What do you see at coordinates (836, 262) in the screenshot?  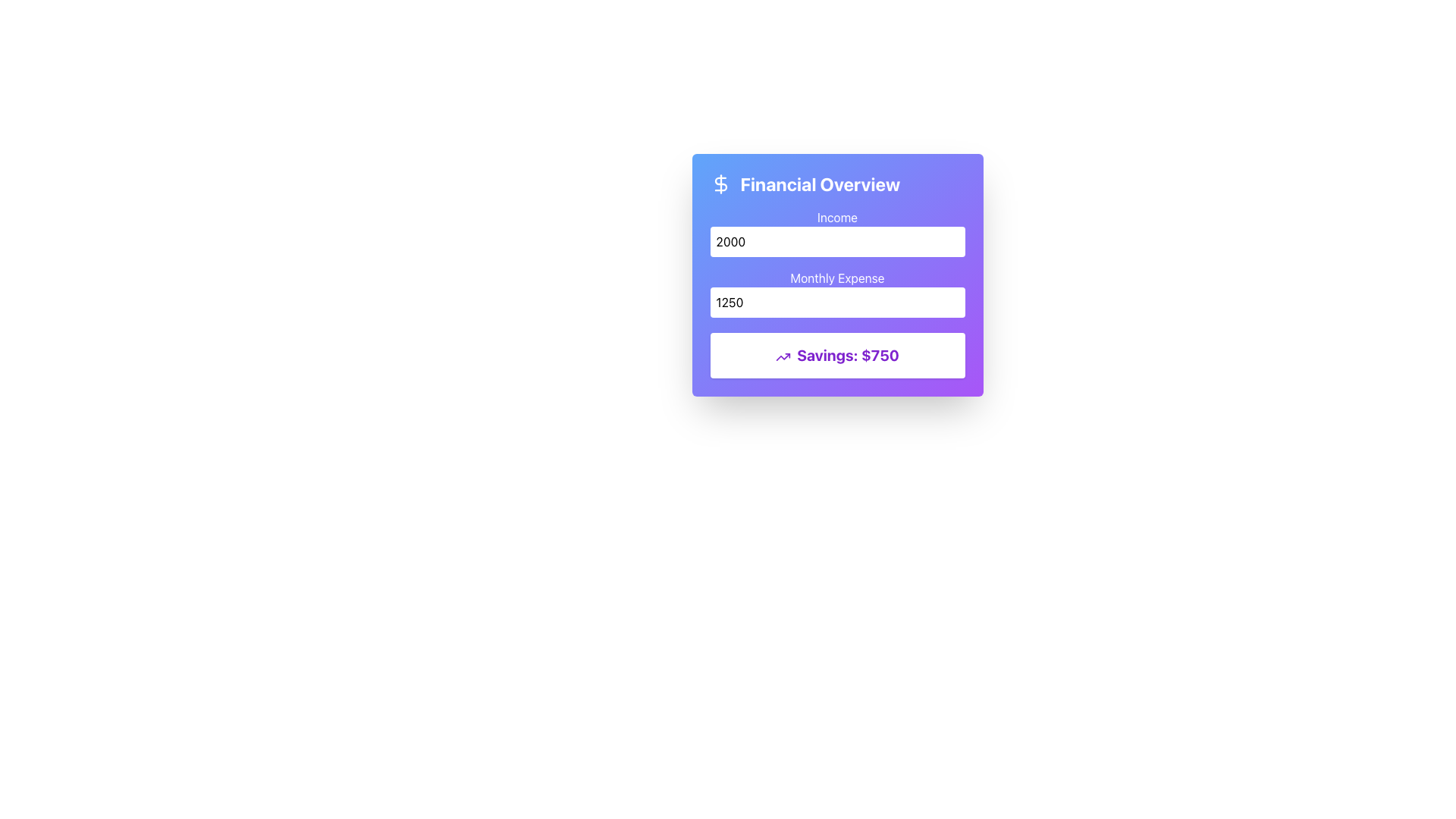 I see `the input fields in the Input Form Section` at bounding box center [836, 262].